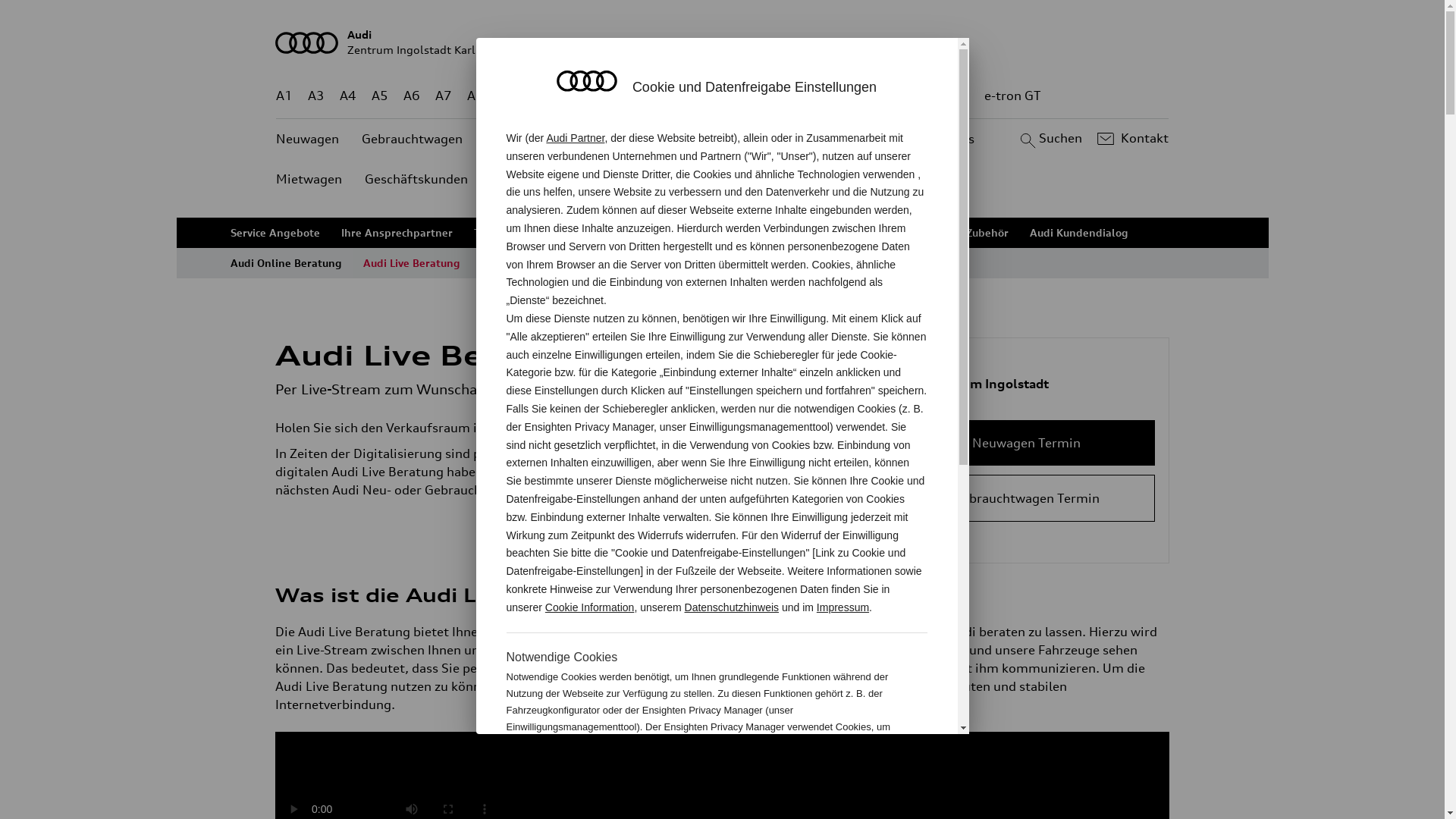 The width and height of the screenshot is (1456, 819). What do you see at coordinates (412, 139) in the screenshot?
I see `'Gebrauchtwagen'` at bounding box center [412, 139].